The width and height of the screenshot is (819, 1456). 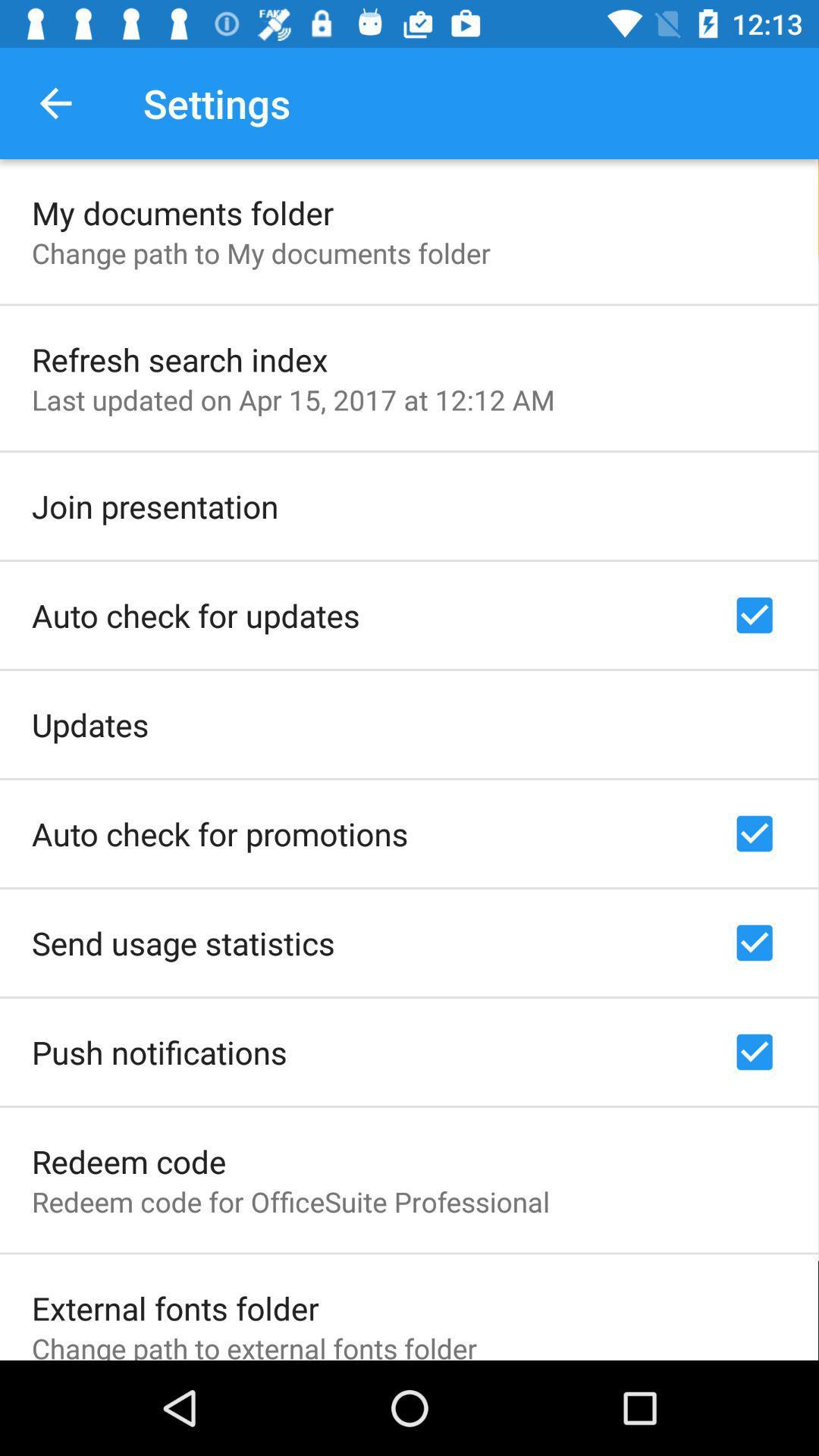 What do you see at coordinates (55, 102) in the screenshot?
I see `the item above the my documents folder icon` at bounding box center [55, 102].